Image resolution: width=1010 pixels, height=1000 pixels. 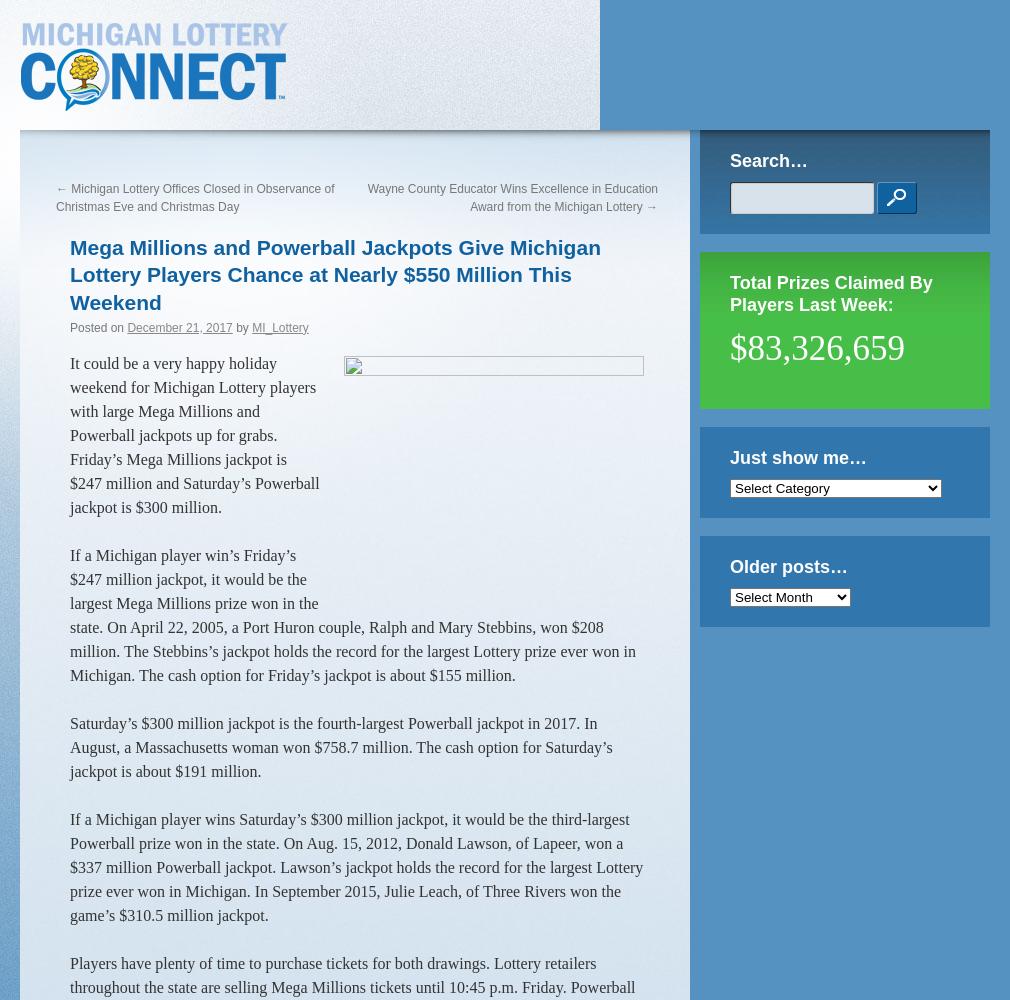 What do you see at coordinates (95, 326) in the screenshot?
I see `'Posted on'` at bounding box center [95, 326].